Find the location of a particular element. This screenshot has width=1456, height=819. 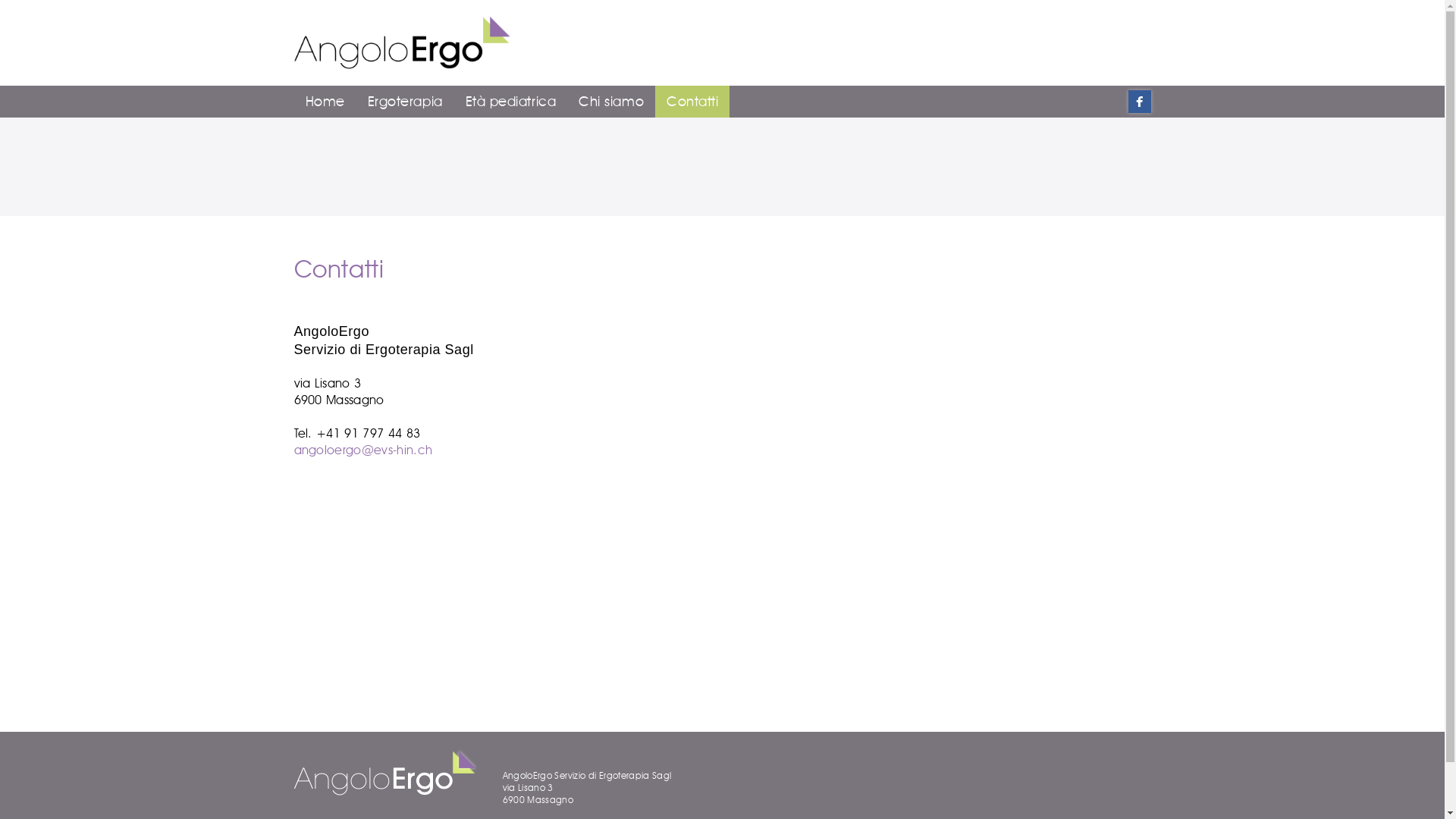

'Seguici anche su Facebook' is located at coordinates (1128, 102).